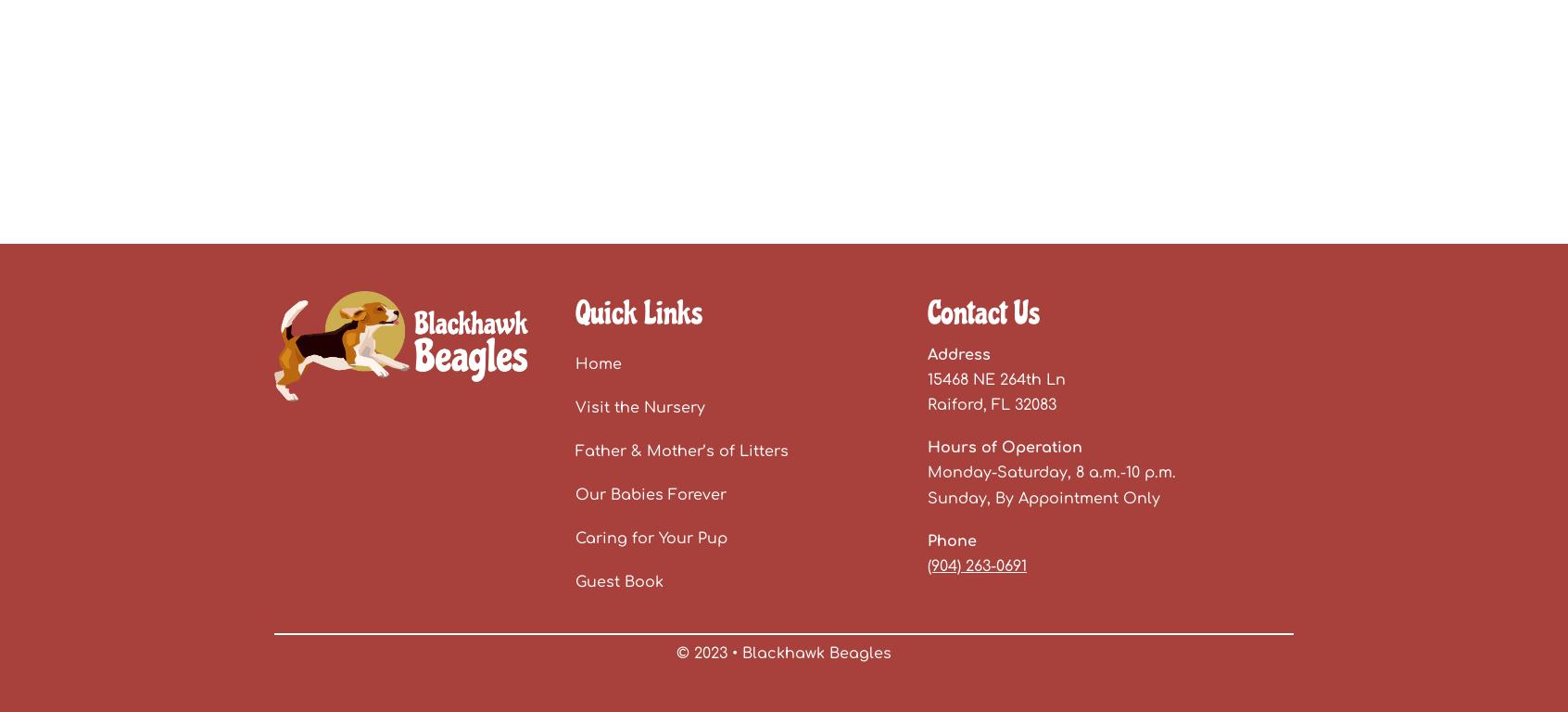 The width and height of the screenshot is (1568, 712). Describe the element at coordinates (681, 450) in the screenshot. I see `'Father & Mother’s of Litters'` at that location.